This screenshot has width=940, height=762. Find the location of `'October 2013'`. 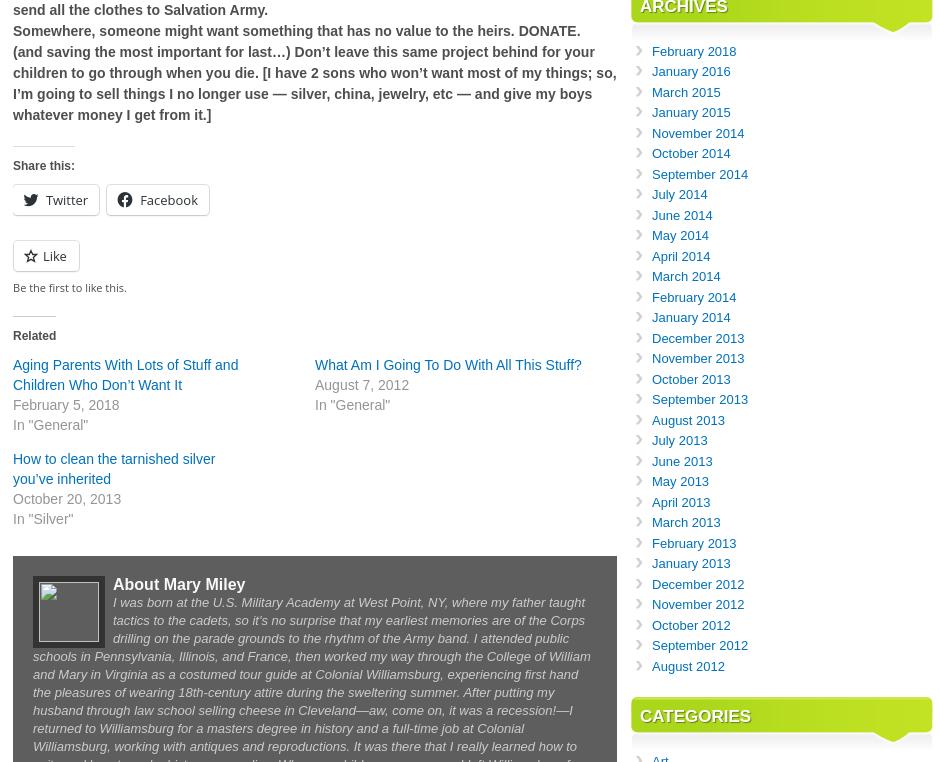

'October 2013' is located at coordinates (689, 378).